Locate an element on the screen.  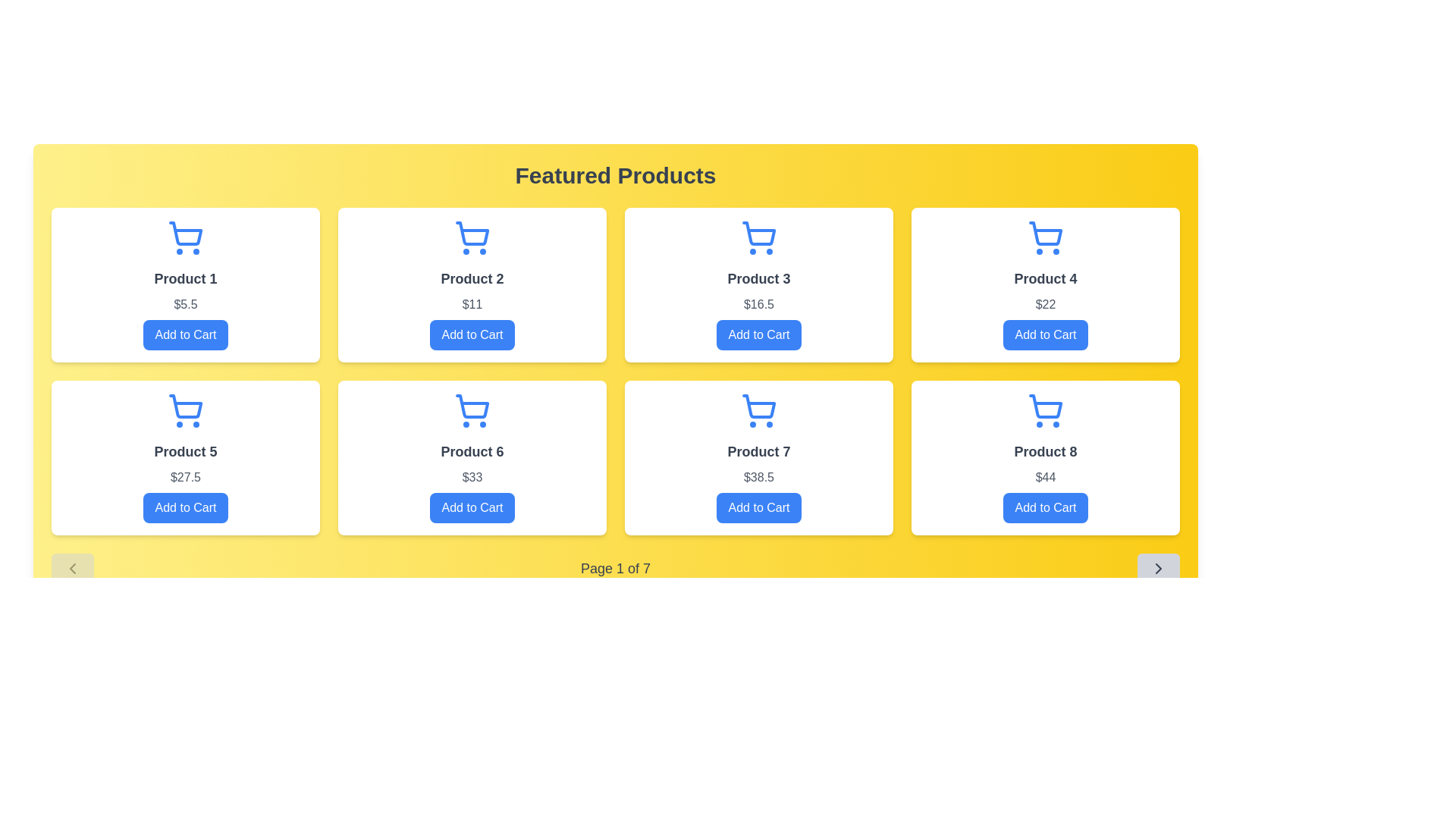
the shopping cart icon located at the top of the 'Product 3' card, which is situated above the title and price is located at coordinates (759, 237).